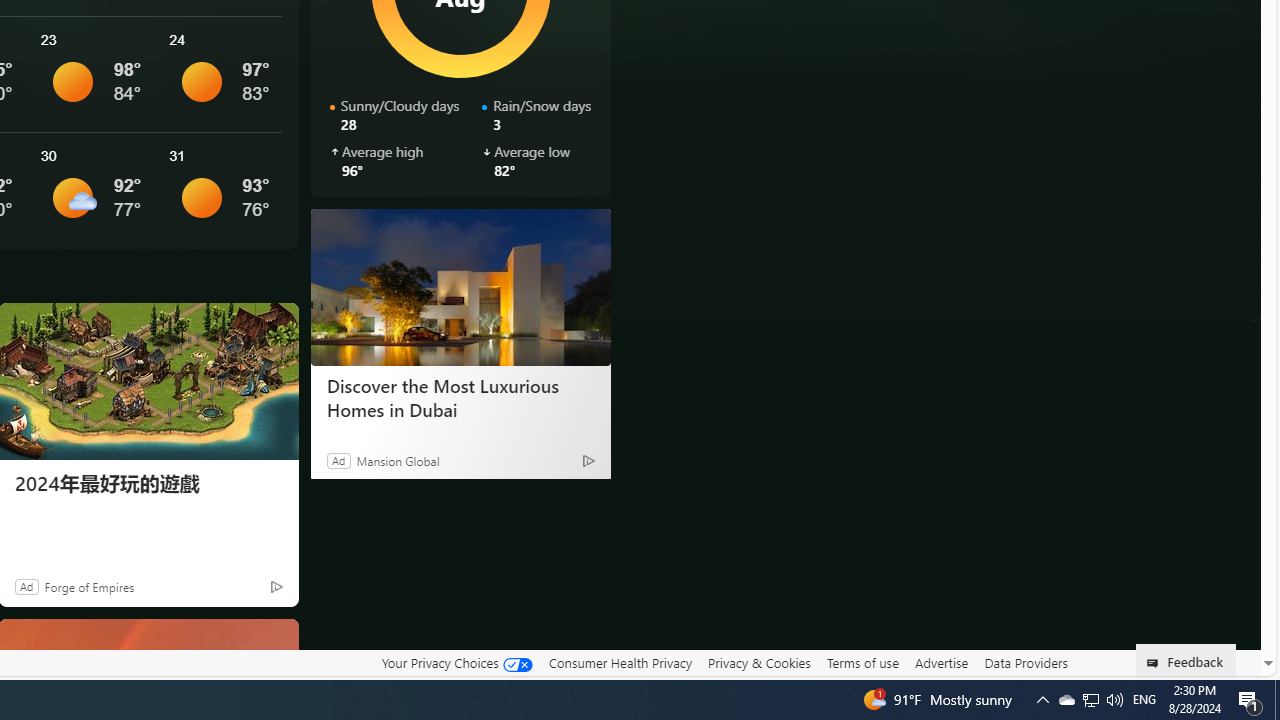 The width and height of the screenshot is (1280, 720). What do you see at coordinates (758, 663) in the screenshot?
I see `'Privacy & Cookies'` at bounding box center [758, 663].